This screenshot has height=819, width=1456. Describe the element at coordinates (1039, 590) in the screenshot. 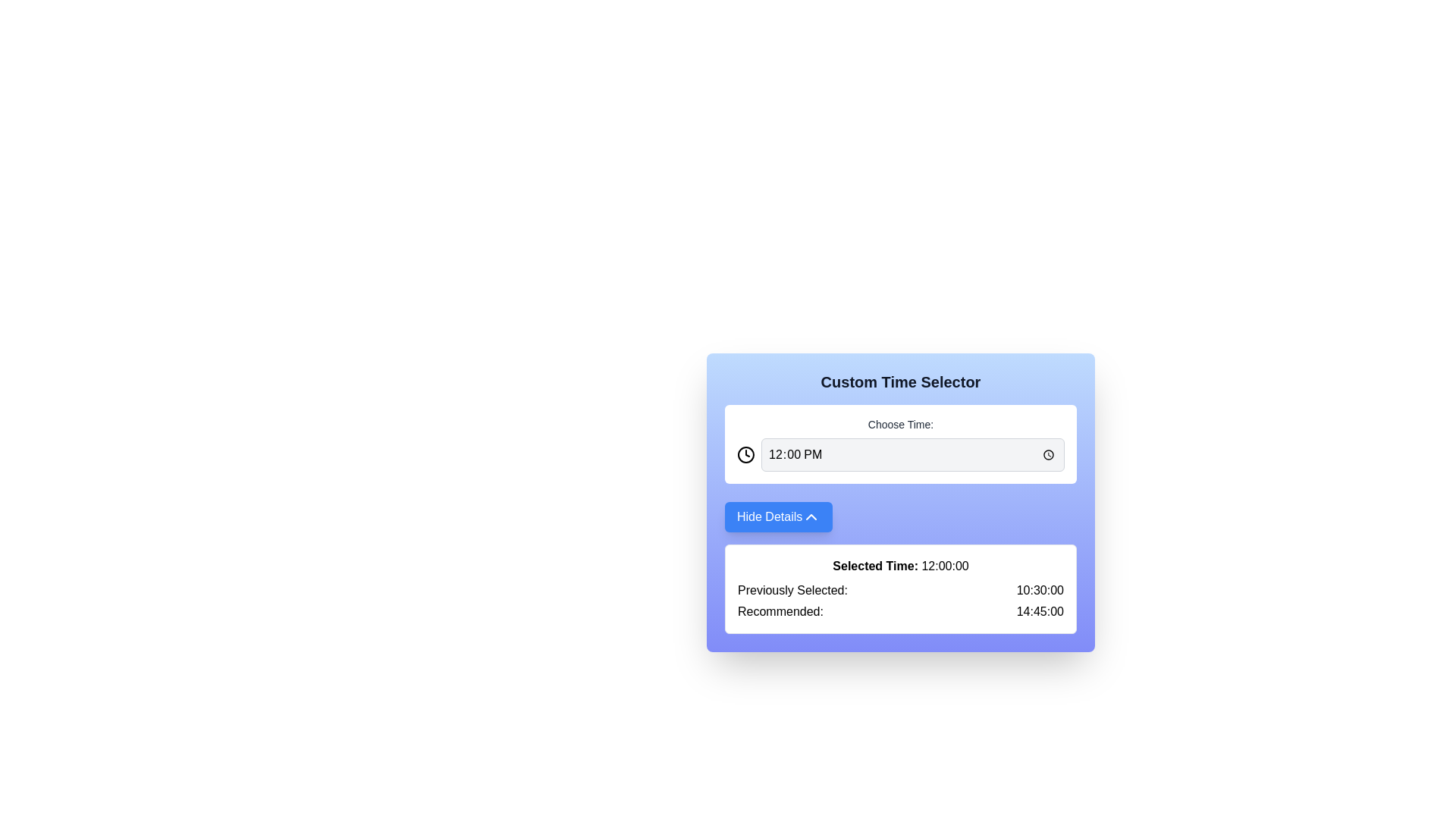

I see `time displayed in the static text label showing '10:30:00', located within a white box section under the light blue header area, to the right of the label 'Previously Selected:'` at that location.